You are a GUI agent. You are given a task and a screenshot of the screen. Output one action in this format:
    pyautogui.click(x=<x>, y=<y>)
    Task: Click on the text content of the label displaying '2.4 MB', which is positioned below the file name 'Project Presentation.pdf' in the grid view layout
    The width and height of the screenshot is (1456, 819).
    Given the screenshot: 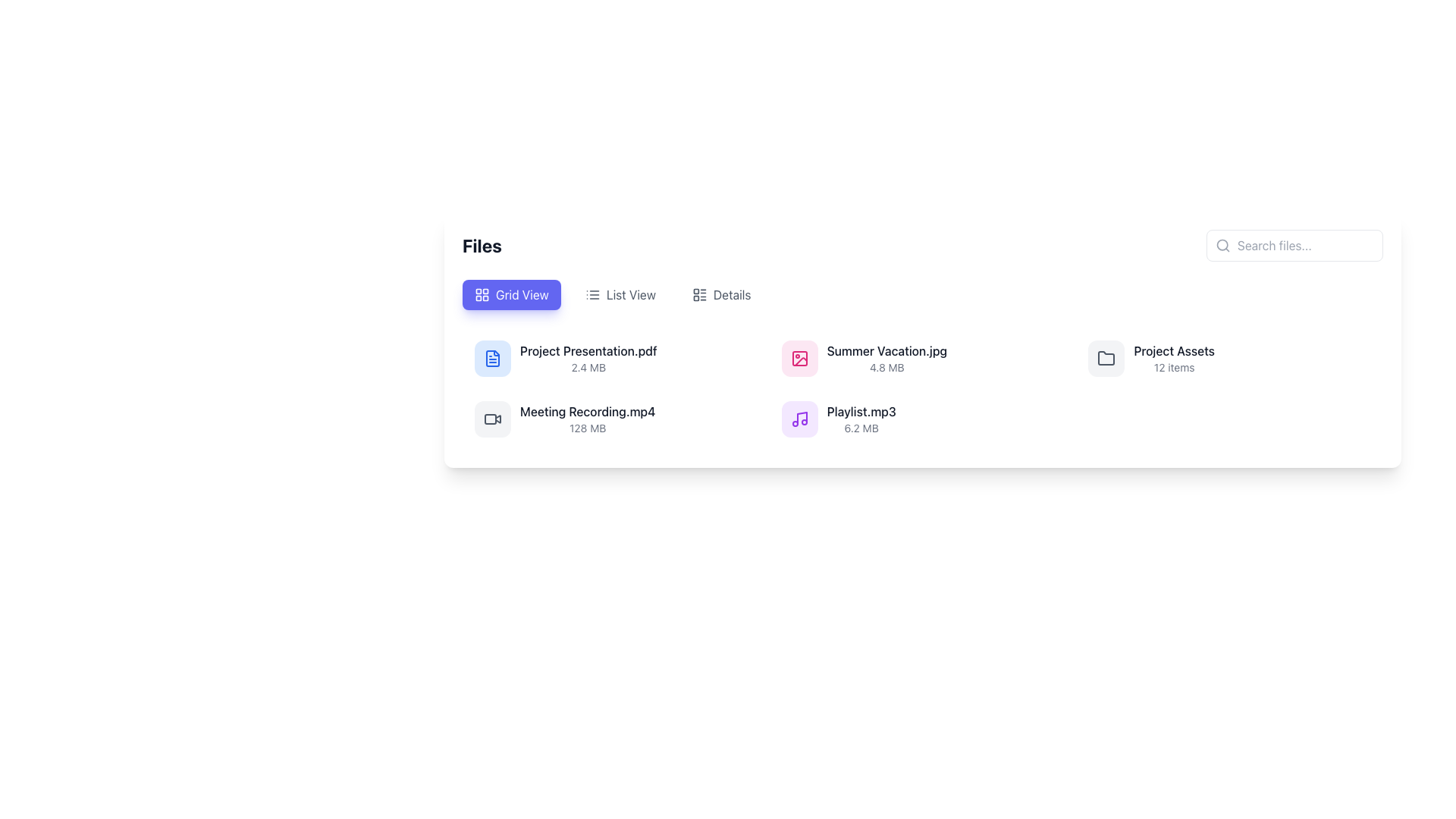 What is the action you would take?
    pyautogui.click(x=588, y=368)
    